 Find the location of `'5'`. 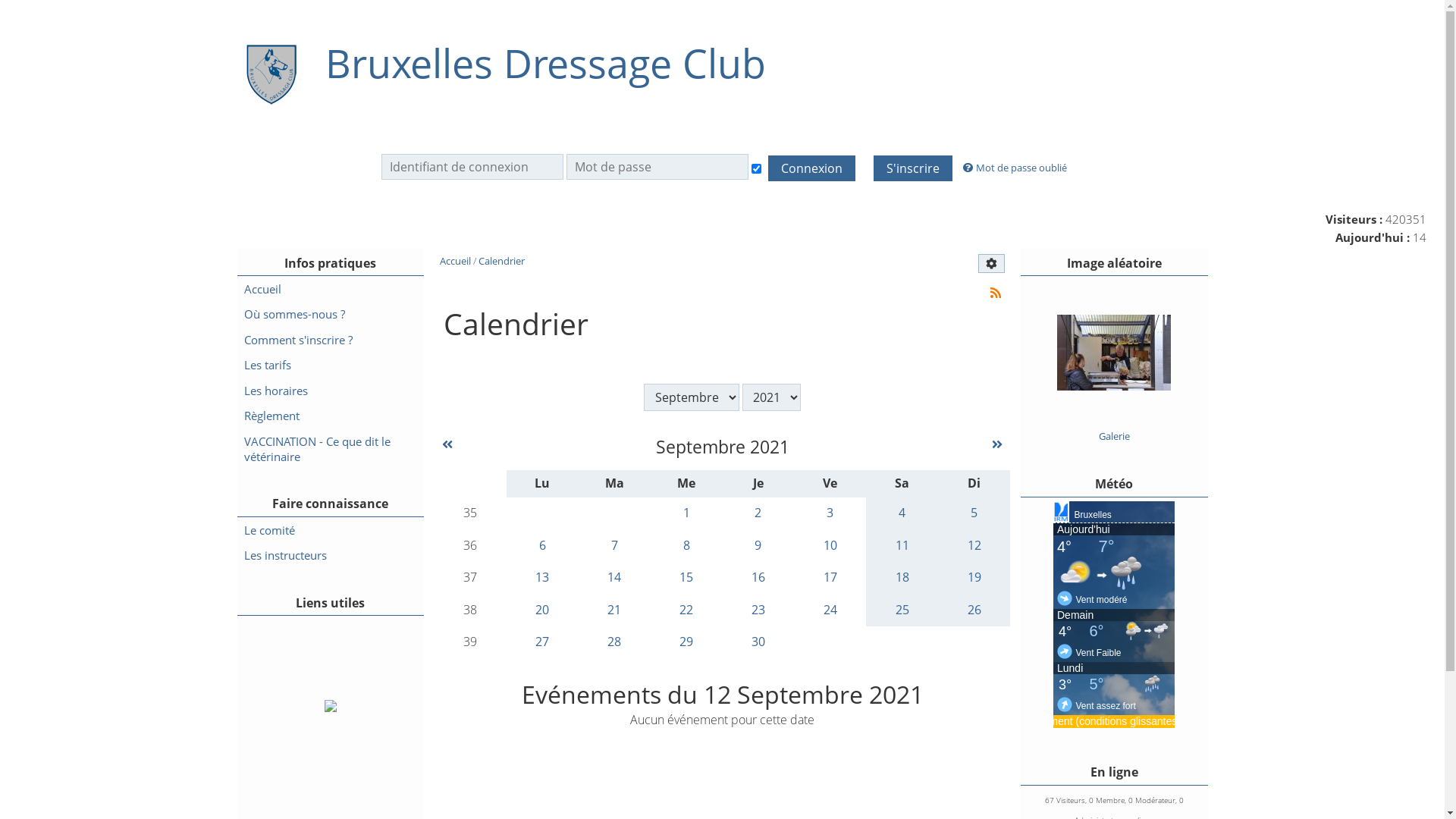

'5' is located at coordinates (974, 513).